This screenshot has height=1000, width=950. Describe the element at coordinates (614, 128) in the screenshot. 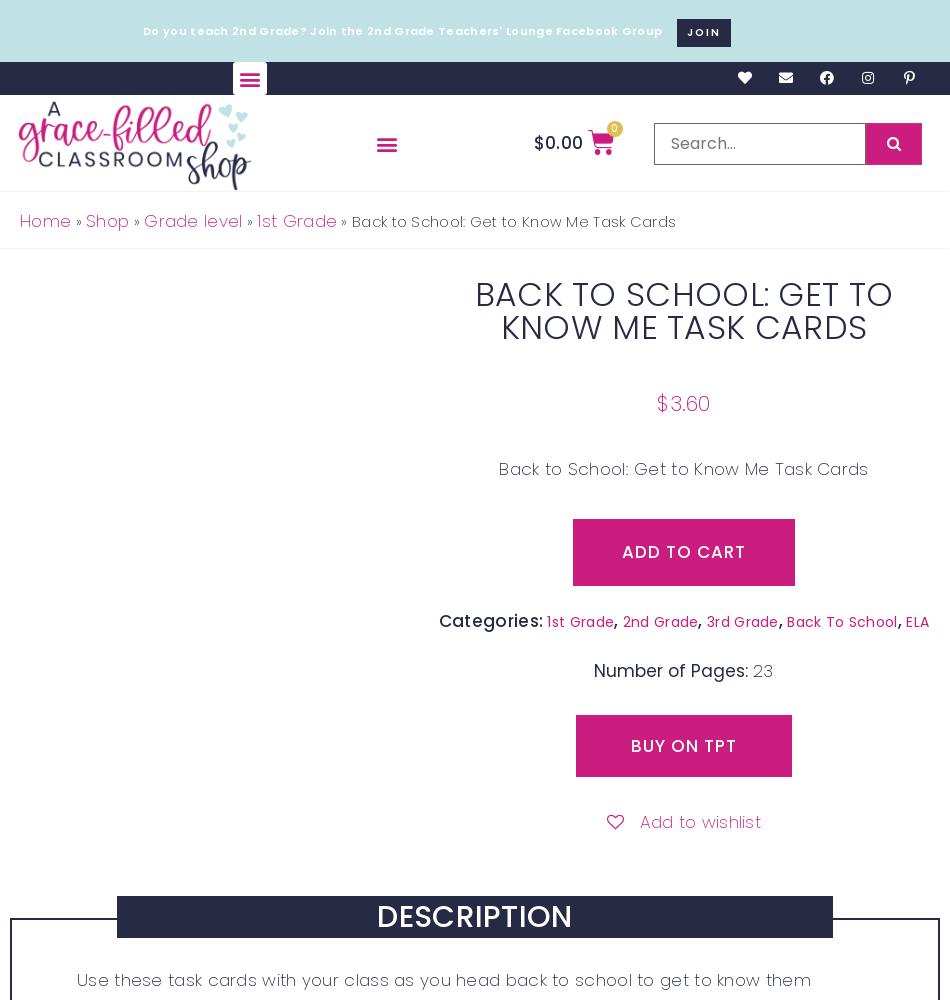

I see `'0'` at that location.